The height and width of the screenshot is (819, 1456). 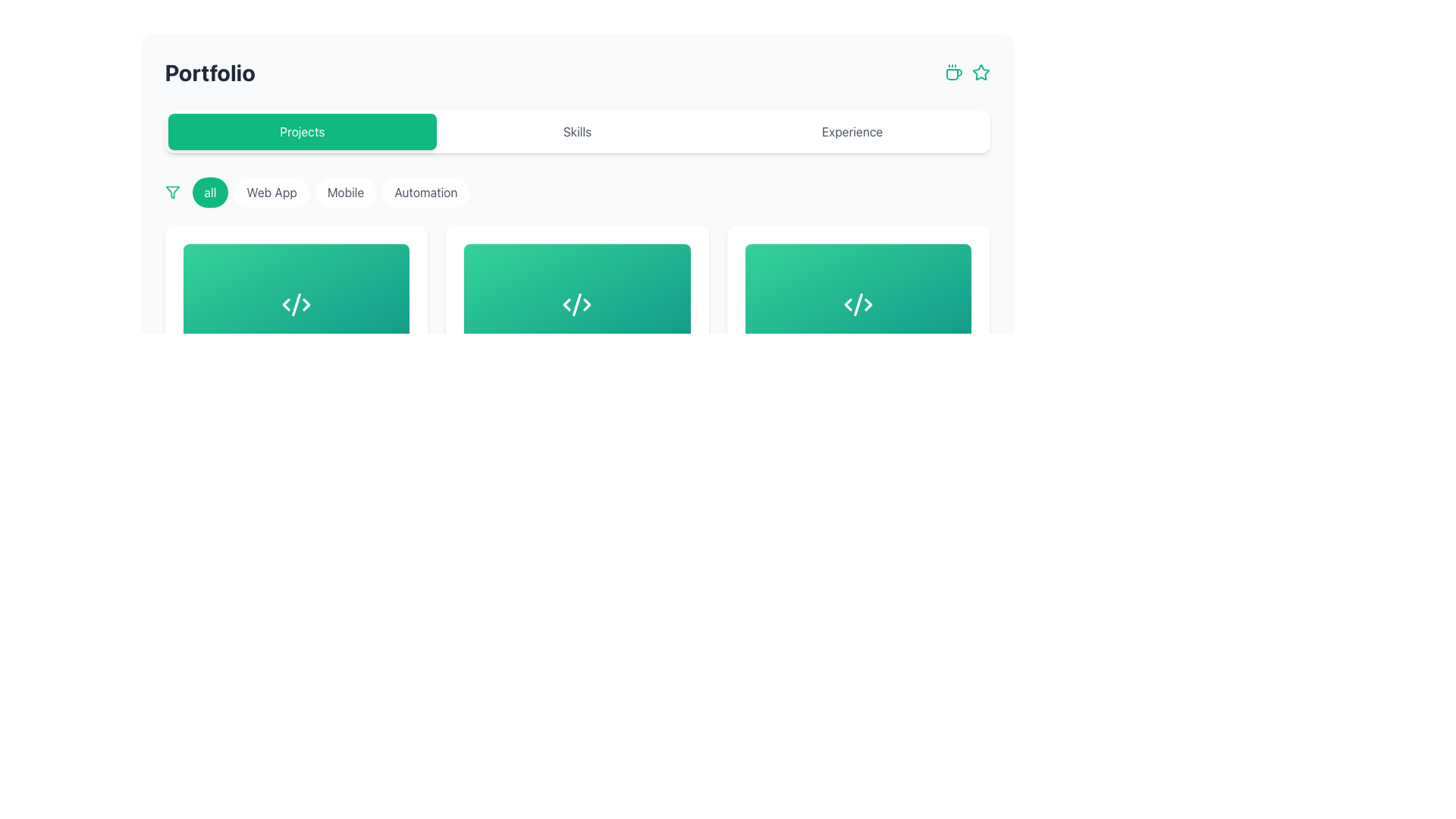 I want to click on the green coffee cup SVG icon located at the top right corner of the page, which is the first icon in a horizontal group of icons, so click(x=952, y=73).